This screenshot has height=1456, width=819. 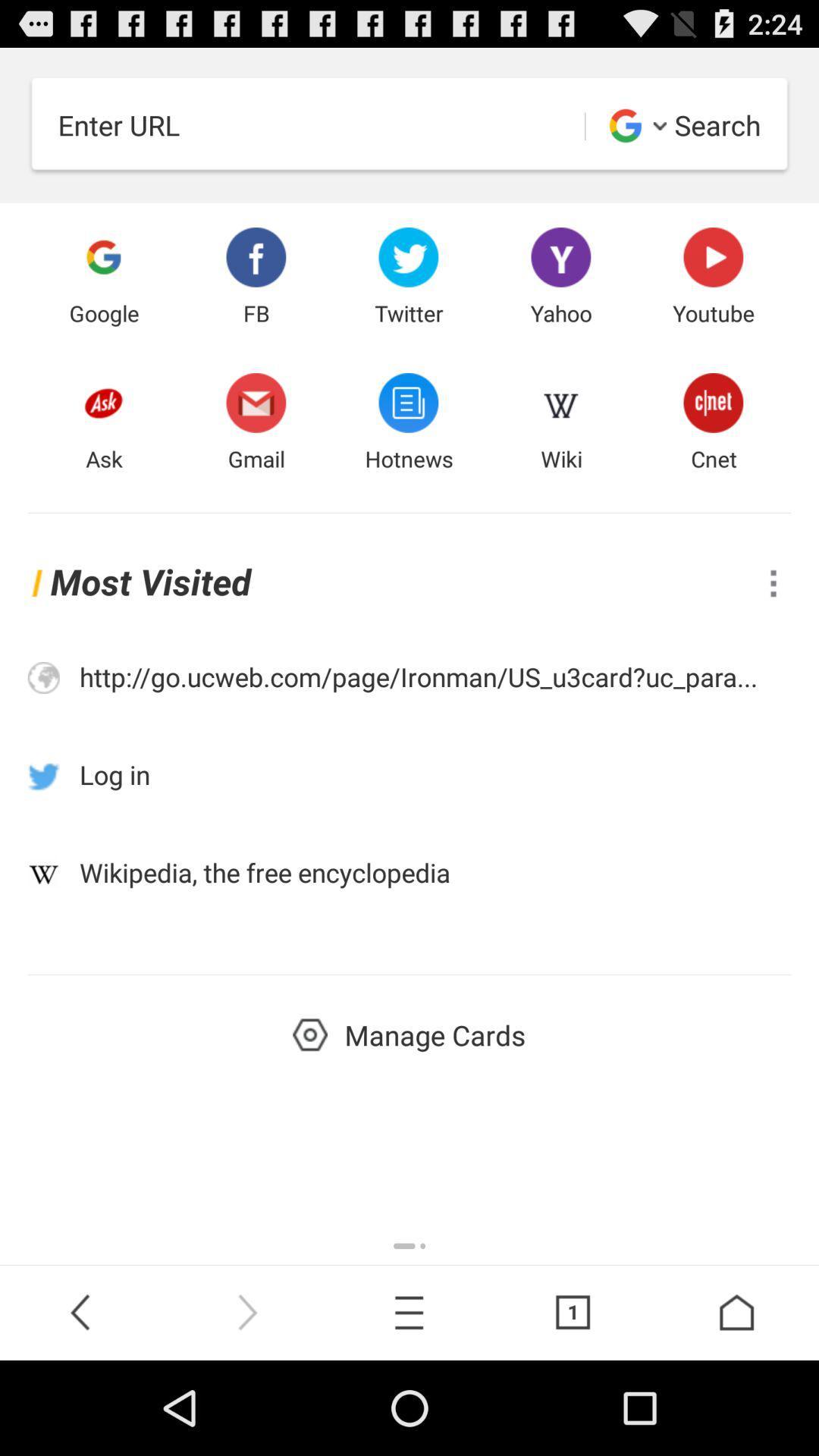 What do you see at coordinates (773, 582) in the screenshot?
I see `options to view other actions` at bounding box center [773, 582].